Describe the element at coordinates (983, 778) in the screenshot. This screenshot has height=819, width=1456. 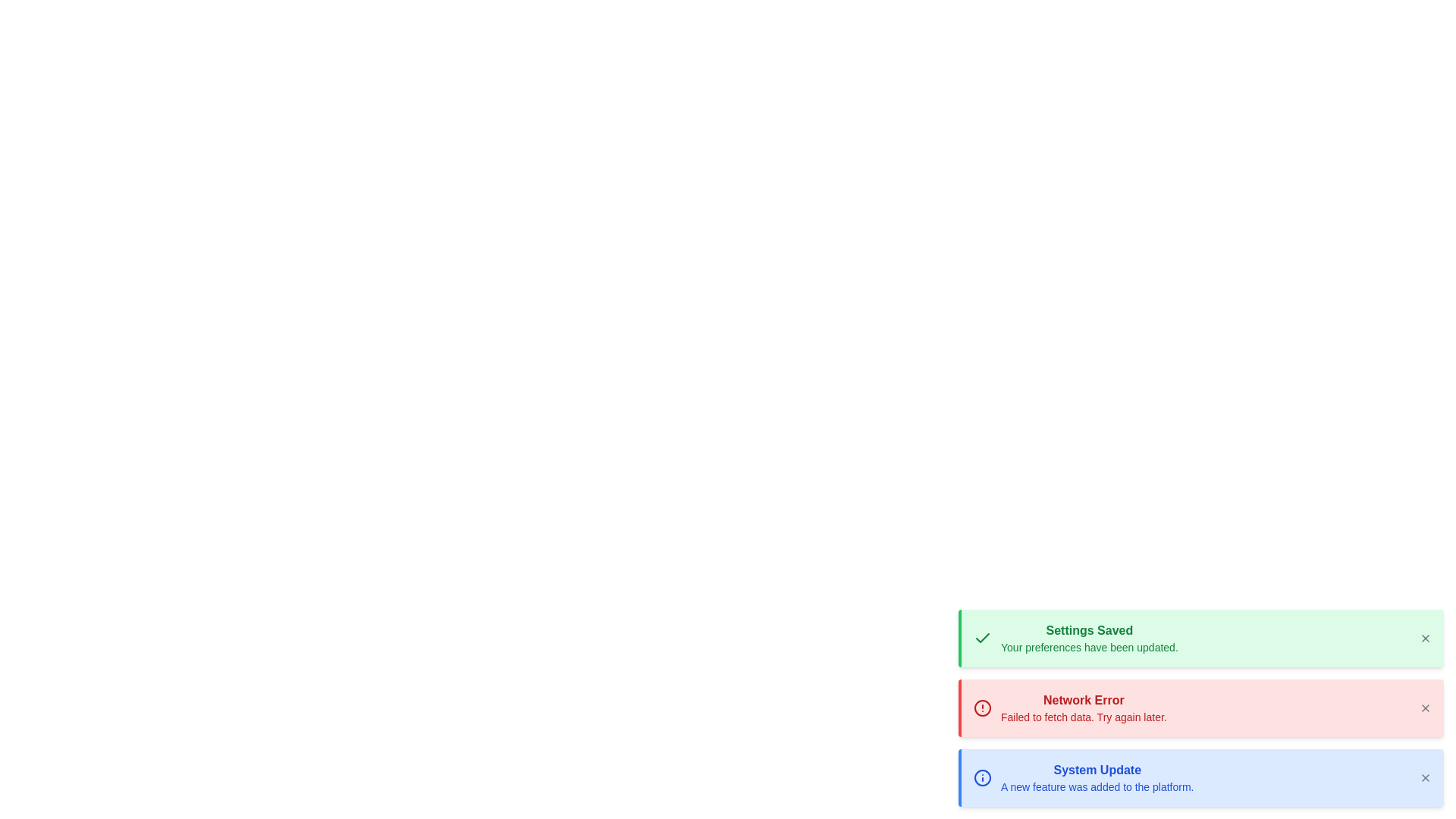
I see `the icon for the 'System Update' notification, which serves as a visual indicator of the notification's context` at that location.